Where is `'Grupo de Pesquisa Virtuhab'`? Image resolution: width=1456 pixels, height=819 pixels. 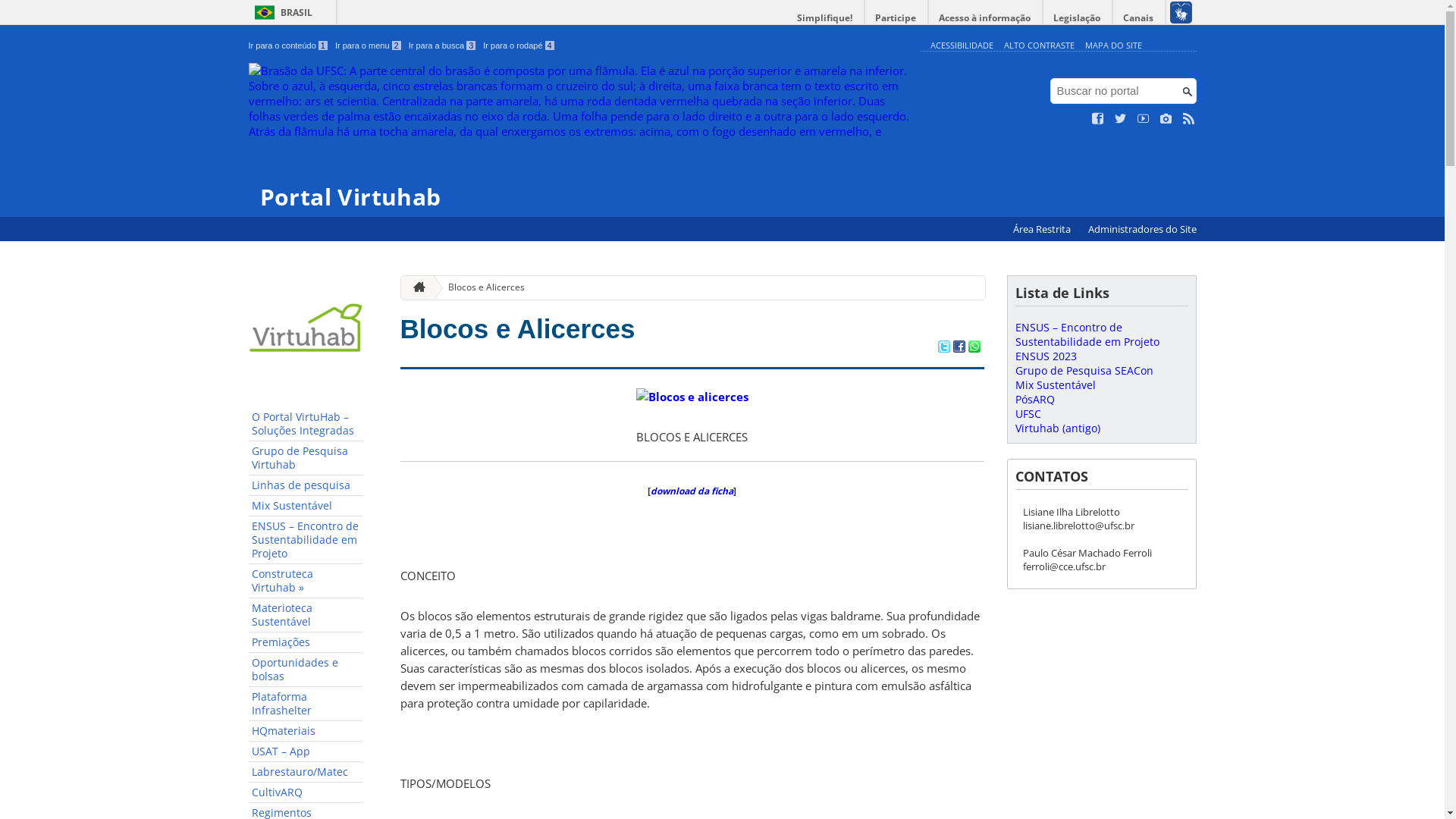
'Grupo de Pesquisa Virtuhab' is located at coordinates (305, 457).